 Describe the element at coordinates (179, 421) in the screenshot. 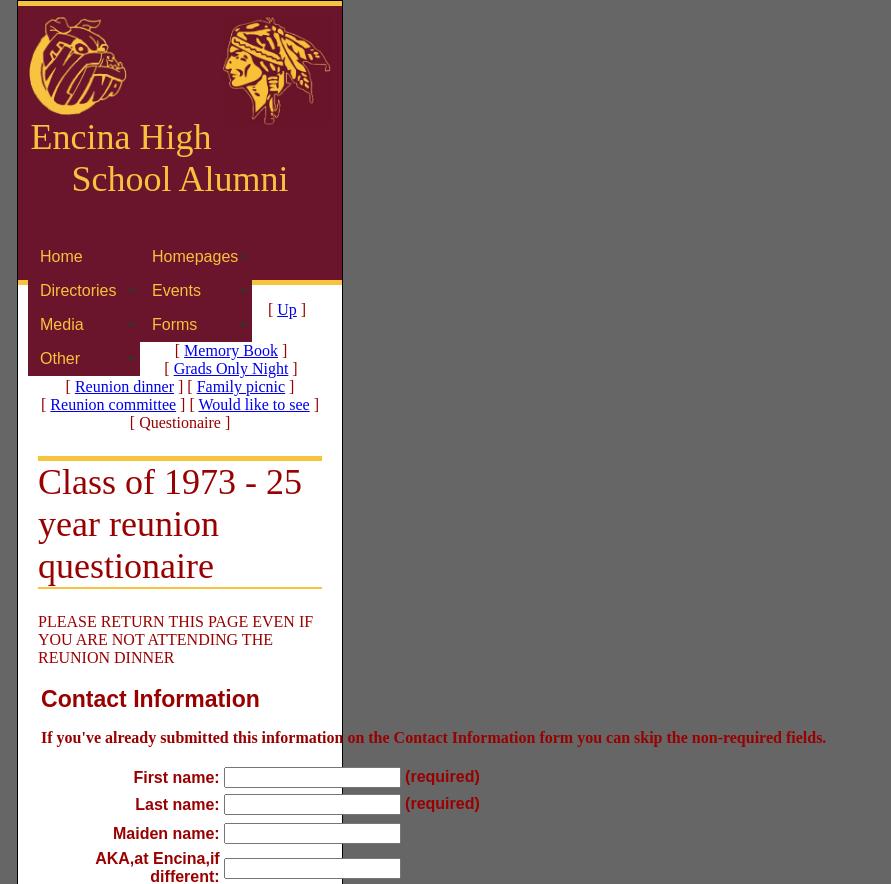

I see `'[ Questionaire ]'` at that location.